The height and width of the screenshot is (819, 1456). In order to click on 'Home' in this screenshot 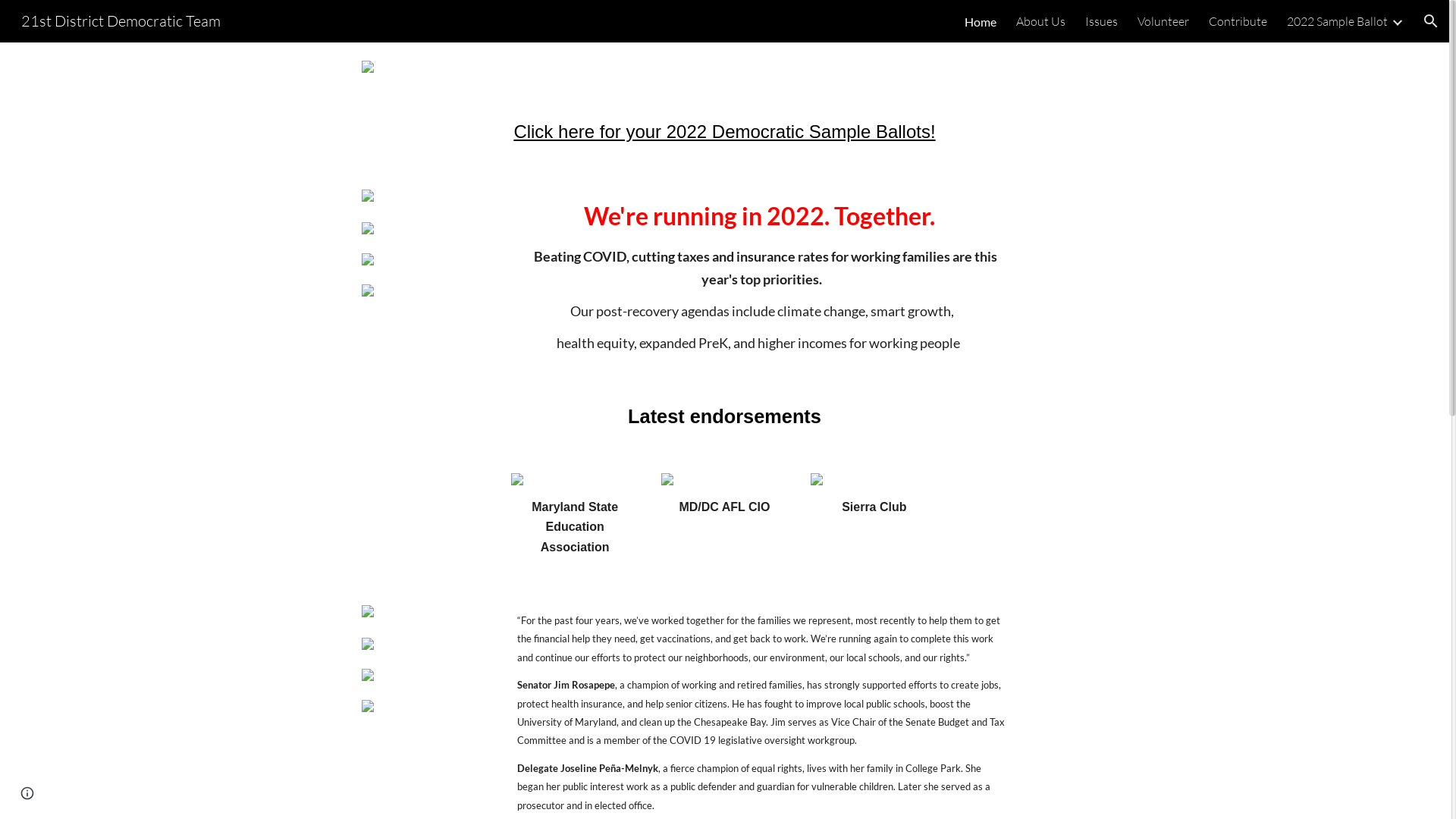, I will do `click(980, 20)`.